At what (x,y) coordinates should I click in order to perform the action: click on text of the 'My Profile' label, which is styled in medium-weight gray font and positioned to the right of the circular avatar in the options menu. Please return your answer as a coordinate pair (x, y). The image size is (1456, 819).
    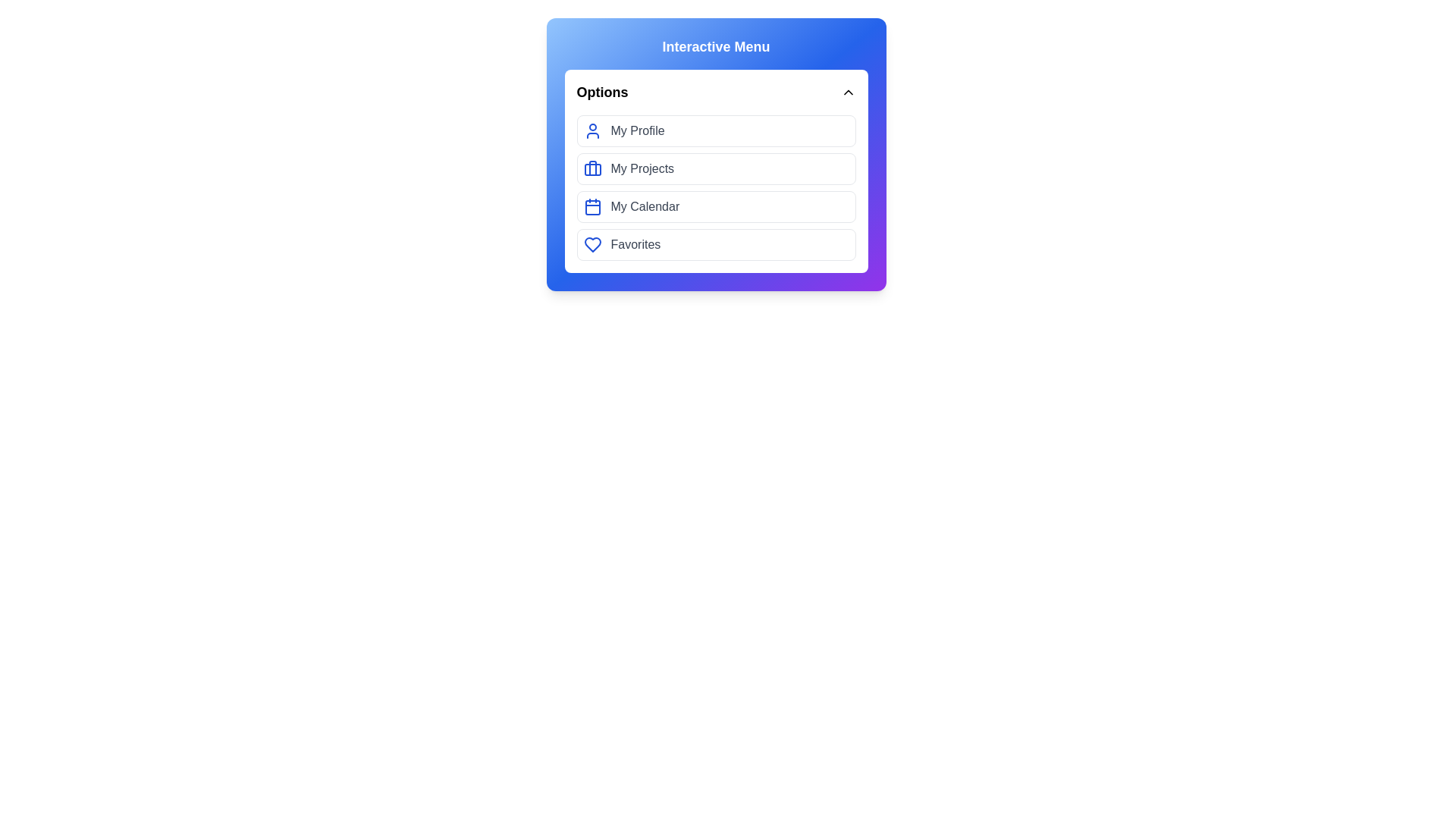
    Looking at the image, I should click on (638, 130).